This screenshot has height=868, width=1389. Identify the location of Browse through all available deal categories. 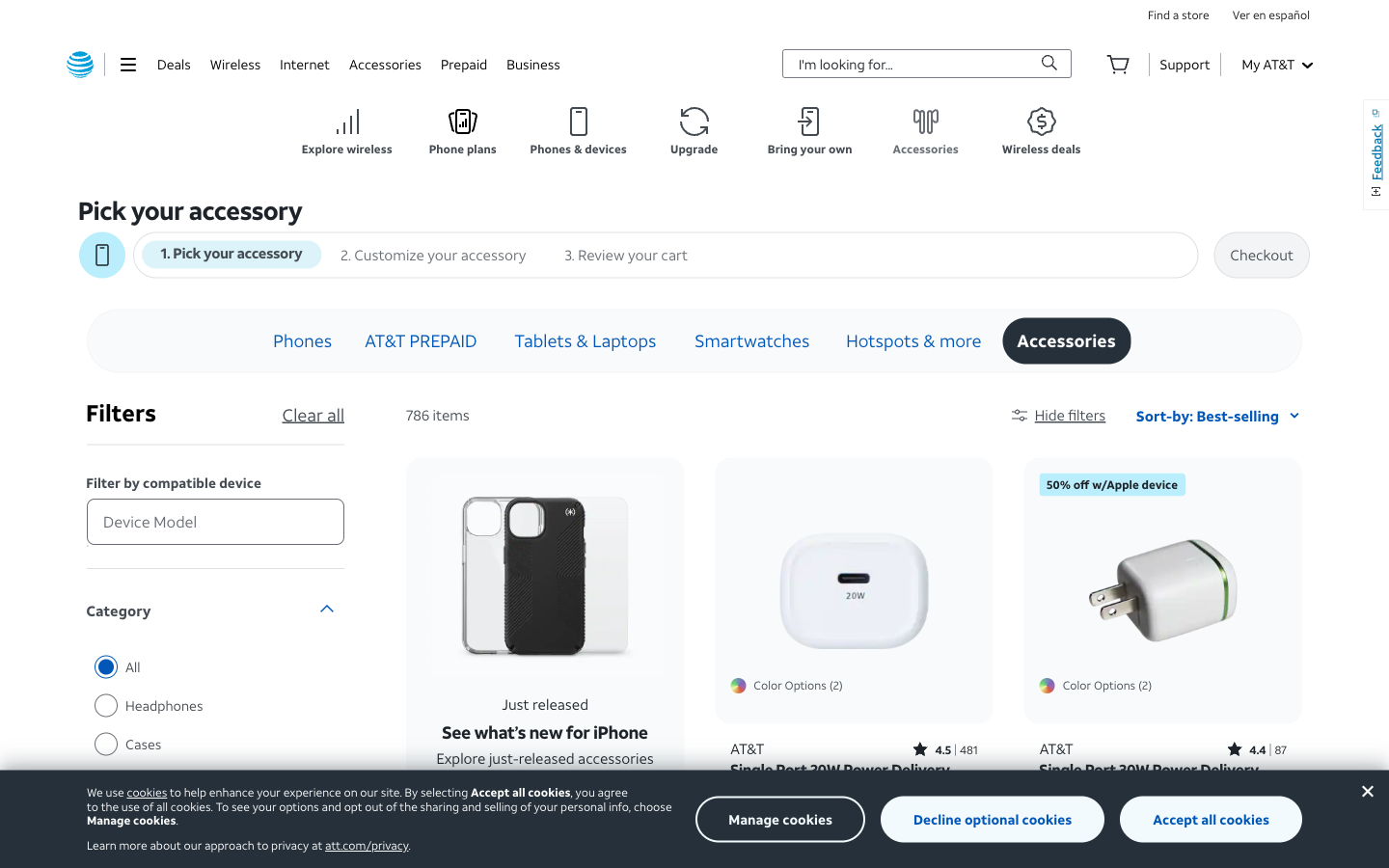
(173, 63).